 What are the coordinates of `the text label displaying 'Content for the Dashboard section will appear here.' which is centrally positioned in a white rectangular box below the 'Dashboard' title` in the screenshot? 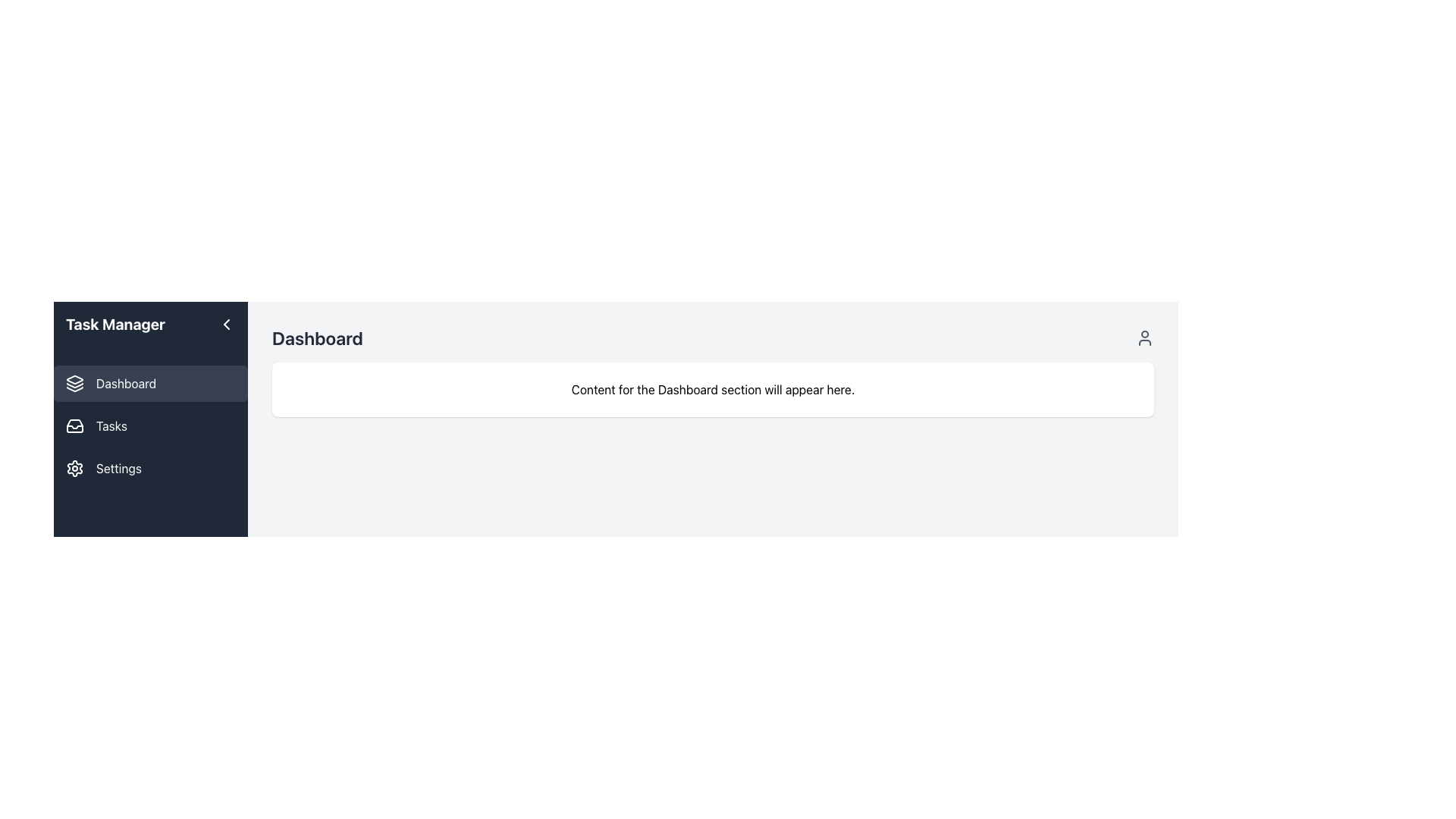 It's located at (712, 388).